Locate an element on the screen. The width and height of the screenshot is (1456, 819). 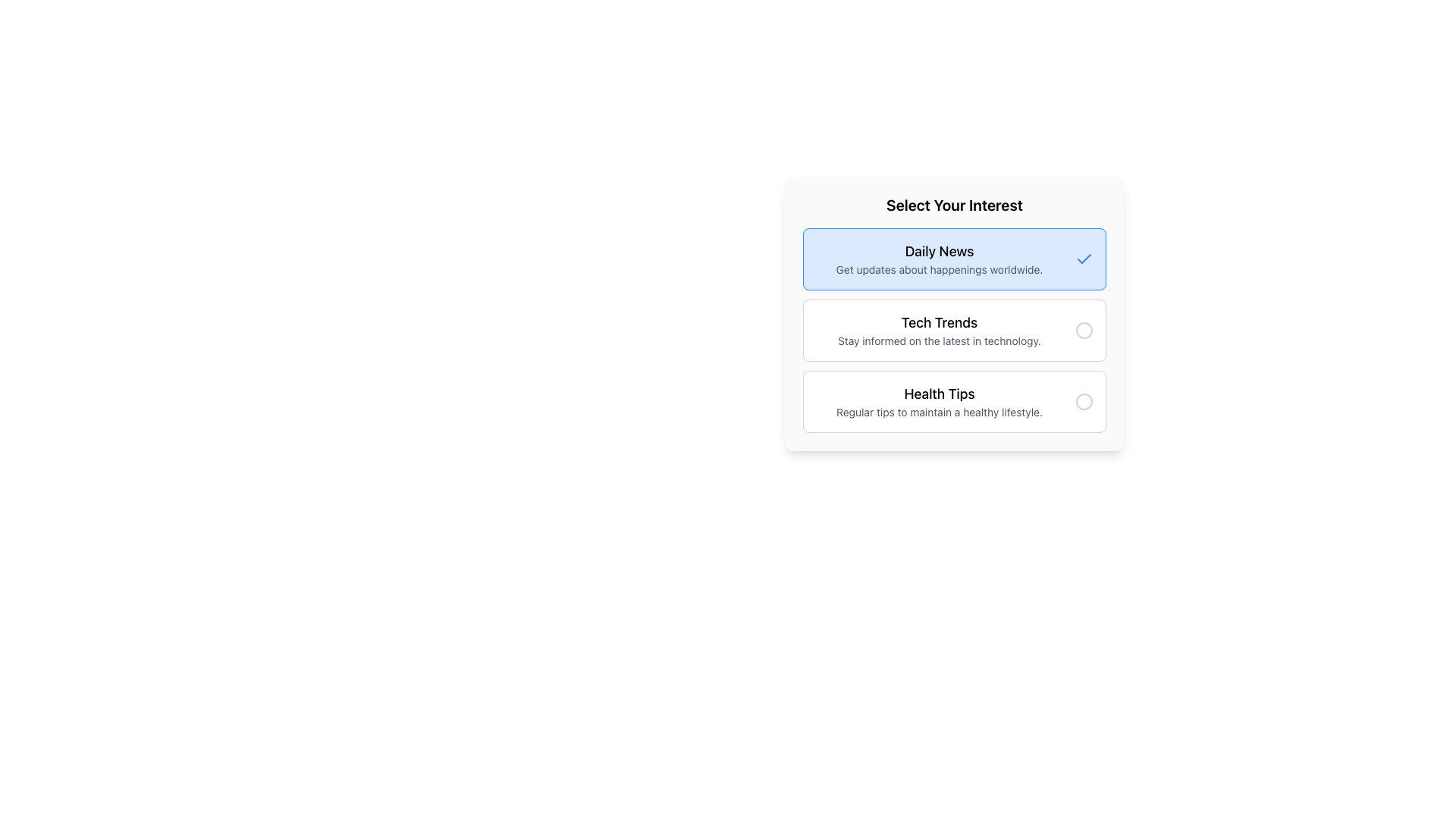
the text element labeled 'Health Tips' which is styled in a bold font and is visually centered in the 'Select Your Interest' section, positioned above the text 'Regular tips to maintain a healthy lifestyle' is located at coordinates (938, 394).